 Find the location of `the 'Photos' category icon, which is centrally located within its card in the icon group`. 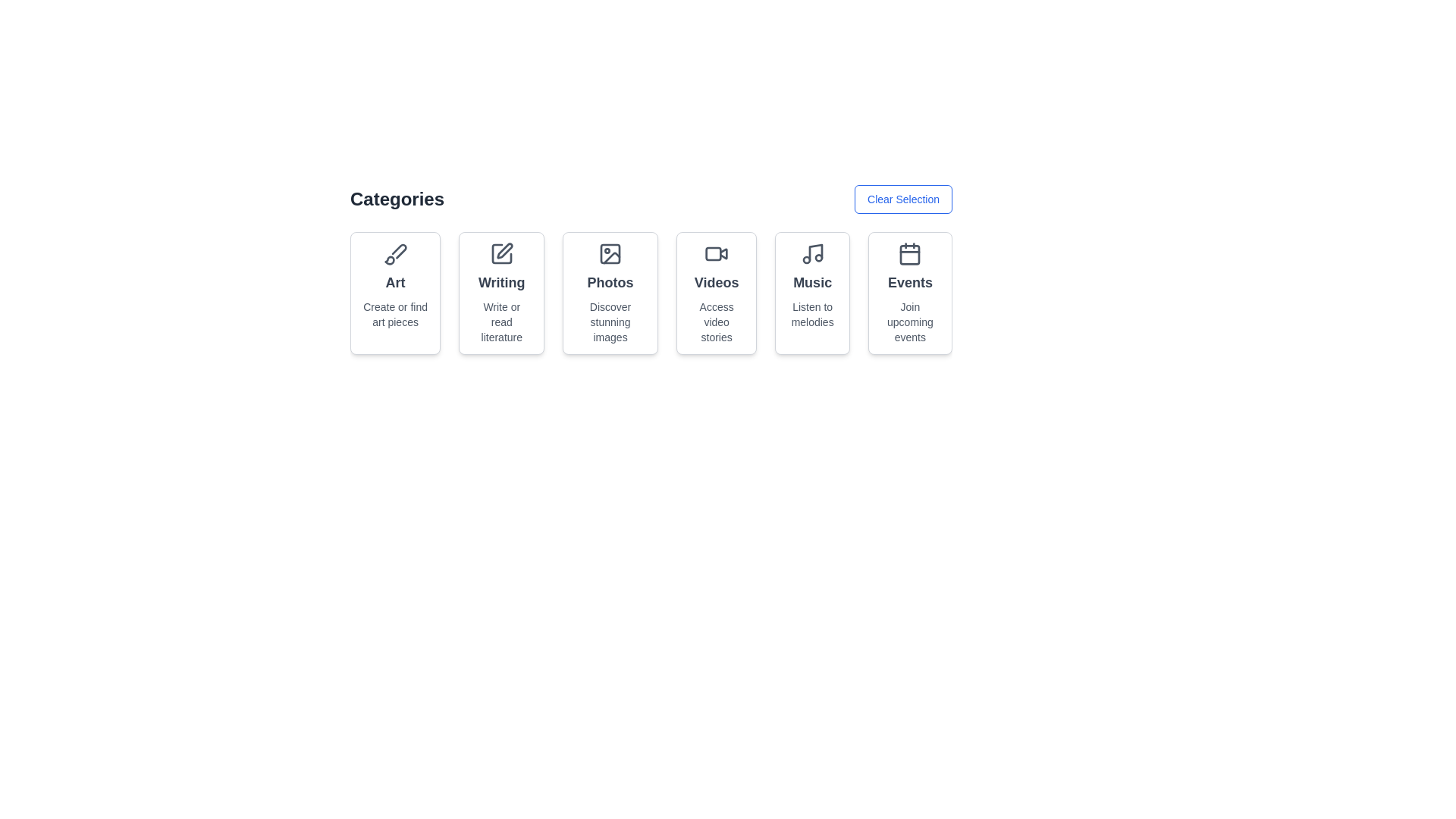

the 'Photos' category icon, which is centrally located within its card in the icon group is located at coordinates (611, 257).